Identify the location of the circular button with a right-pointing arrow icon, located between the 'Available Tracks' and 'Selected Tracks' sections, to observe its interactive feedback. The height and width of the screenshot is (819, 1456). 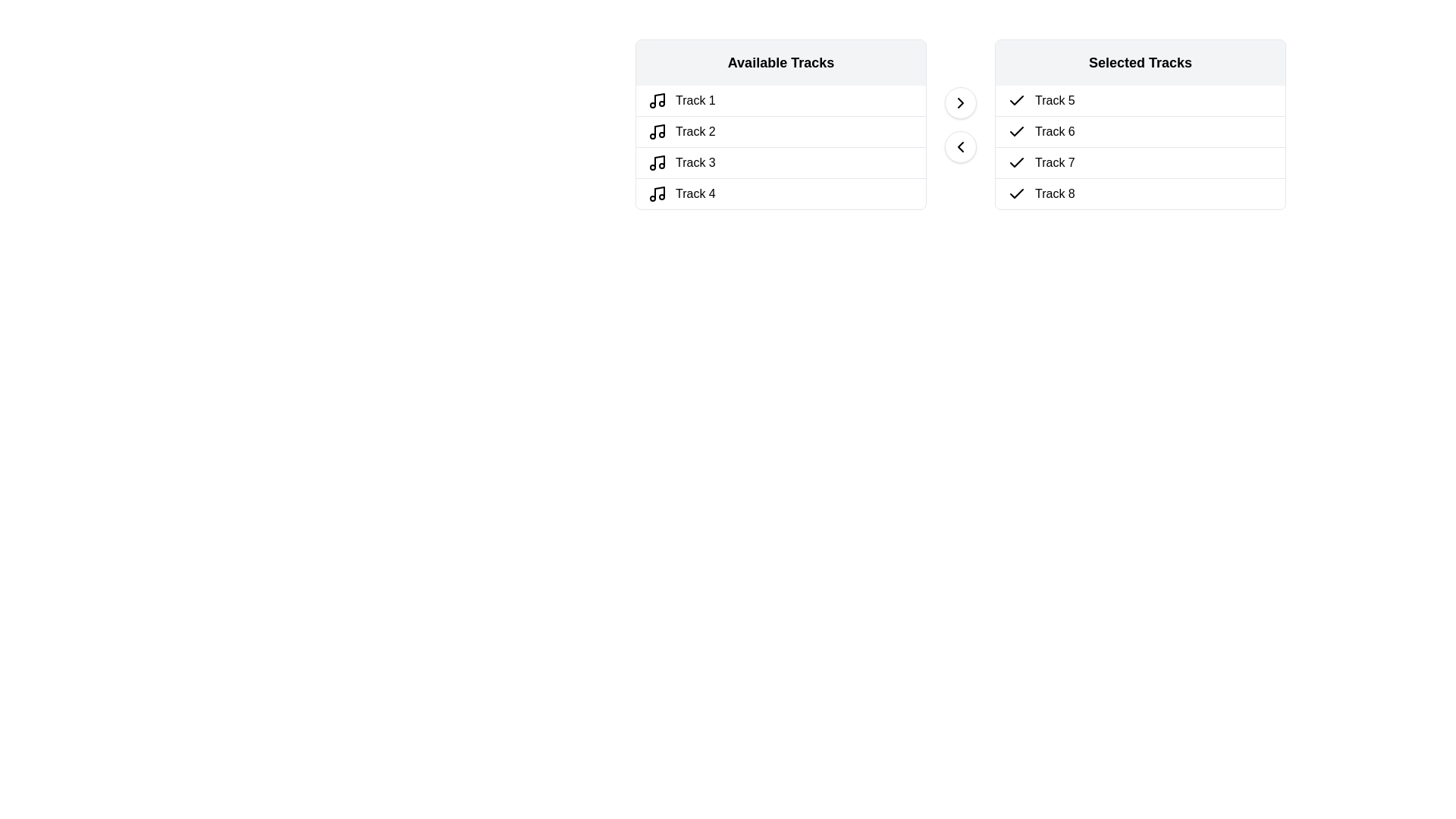
(960, 102).